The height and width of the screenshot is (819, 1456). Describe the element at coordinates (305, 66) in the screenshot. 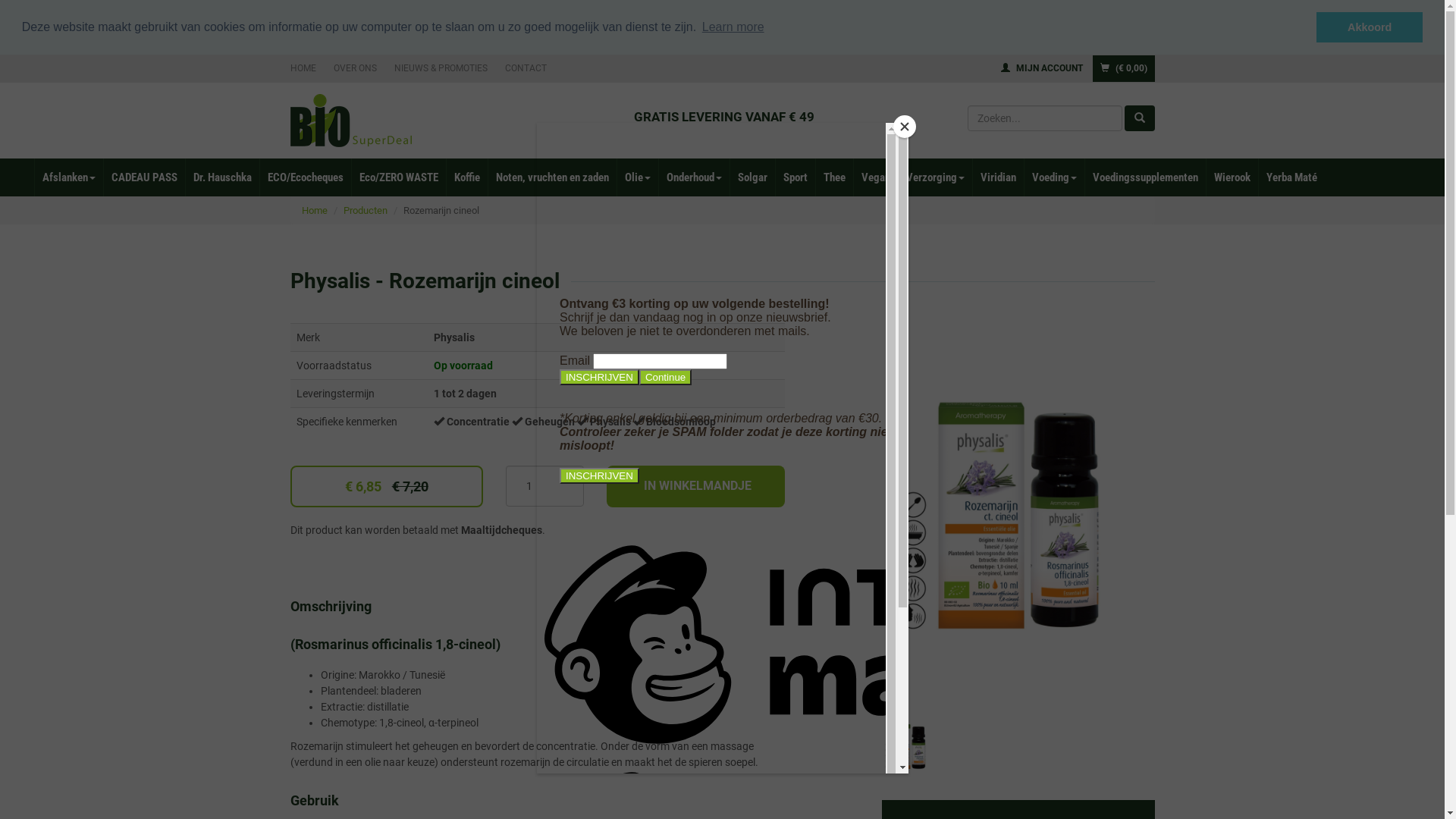

I see `'HOME'` at that location.